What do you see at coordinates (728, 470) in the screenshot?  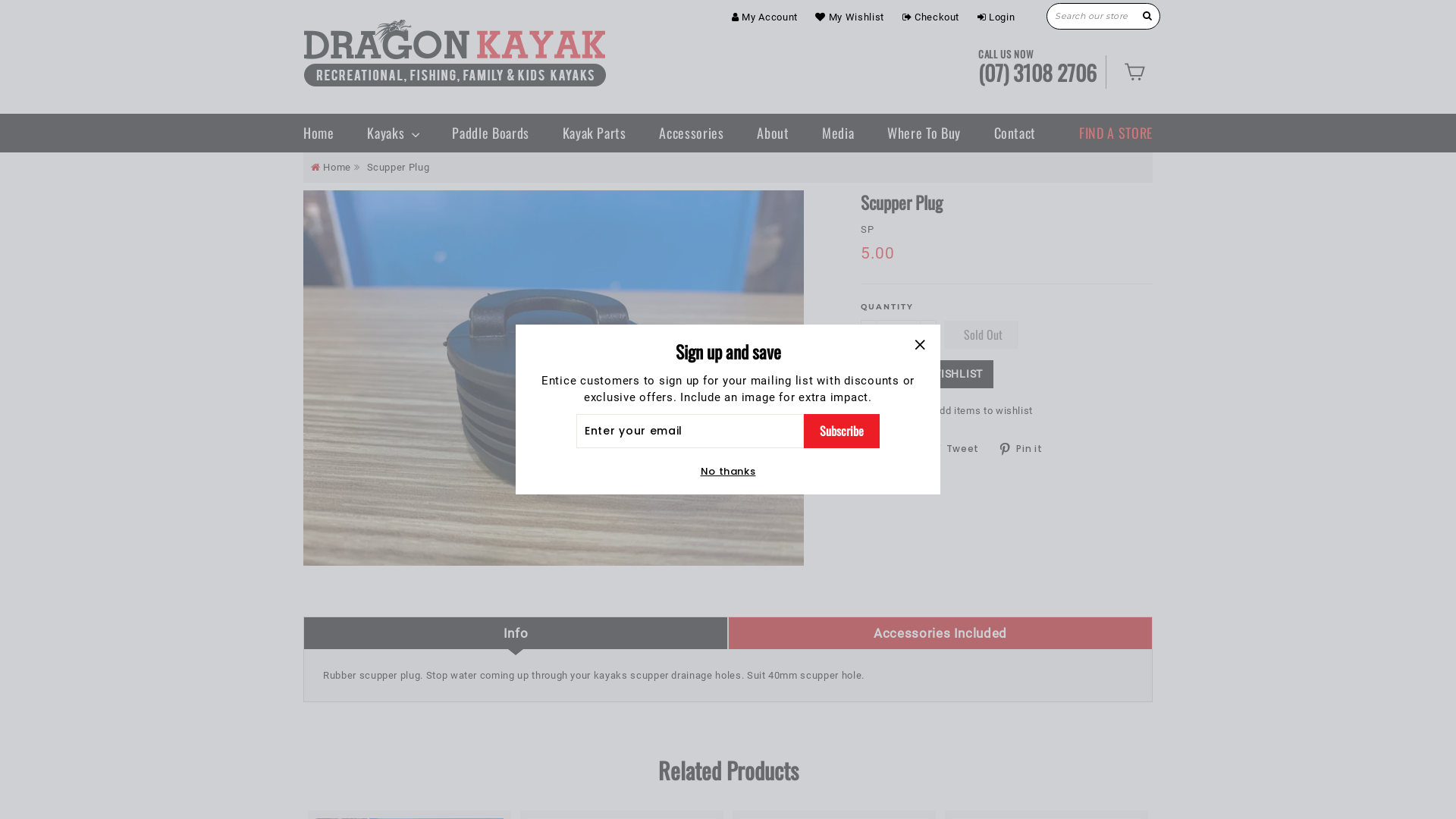 I see `'No thanks'` at bounding box center [728, 470].